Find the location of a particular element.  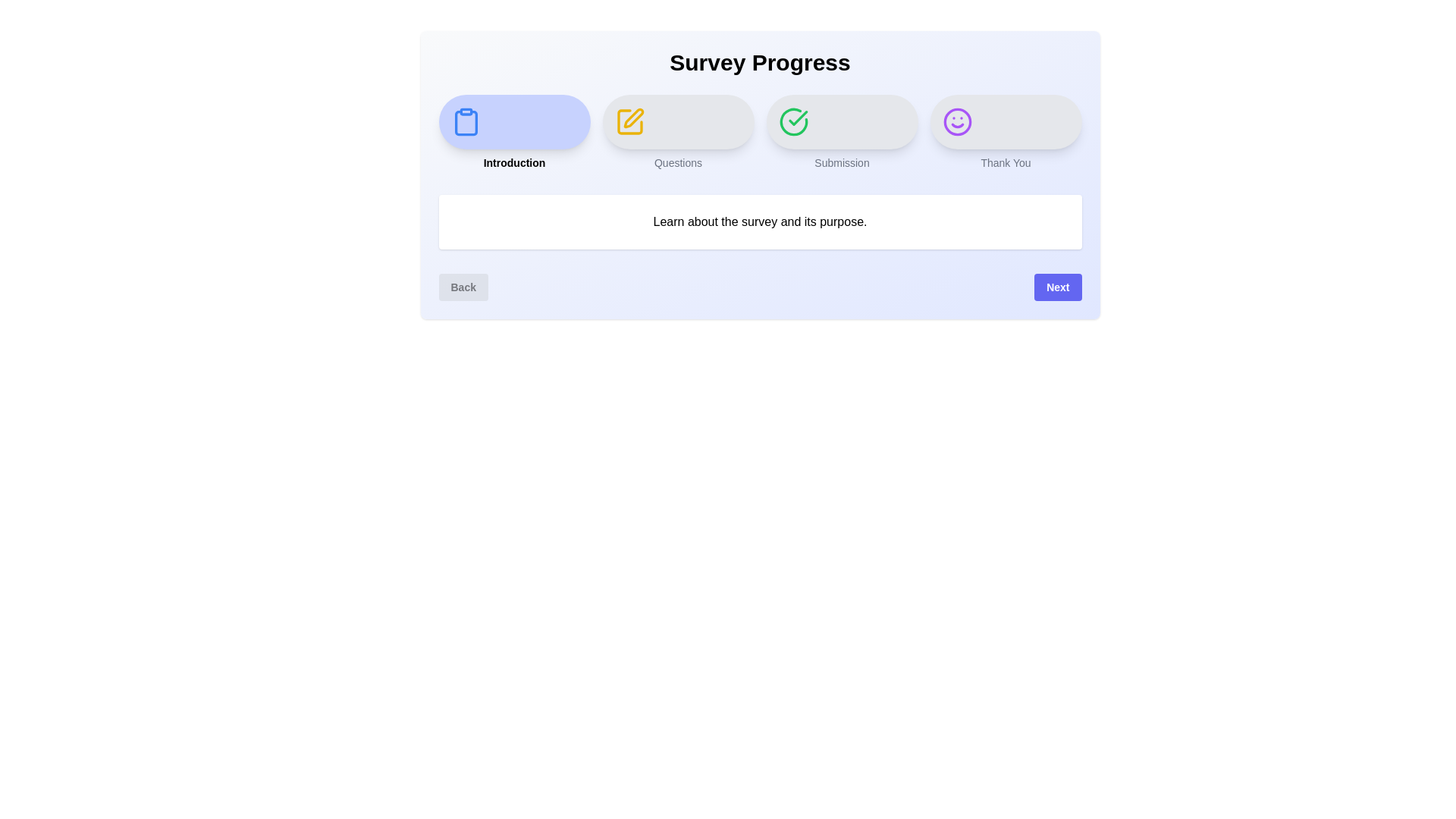

the 'Next' button to proceed to the next step of the survey is located at coordinates (1057, 287).